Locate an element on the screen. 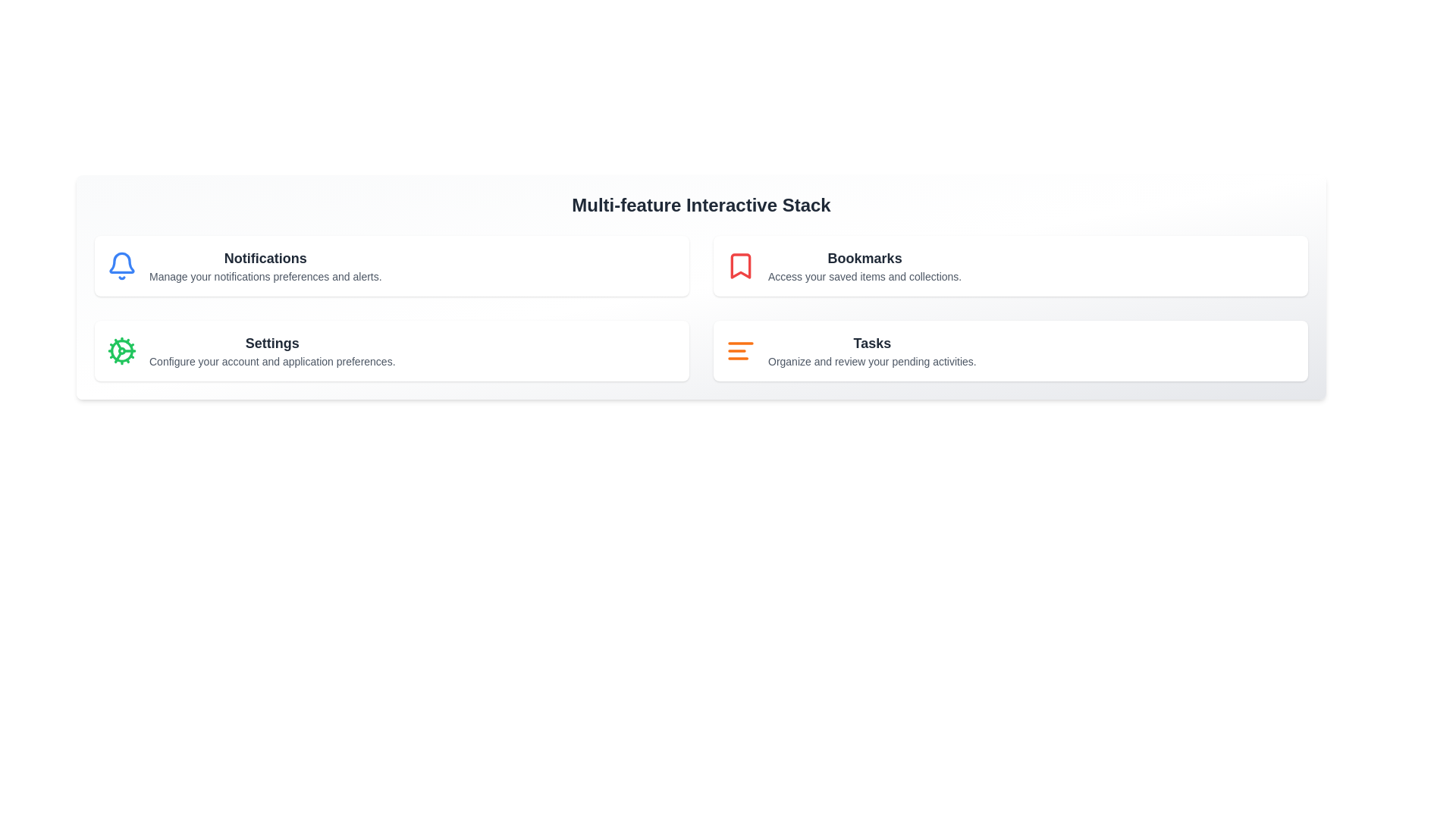 Image resolution: width=1456 pixels, height=819 pixels. title text located in the right section of the lower row of two rectangular containers, positioned above the description of tasks is located at coordinates (872, 343).